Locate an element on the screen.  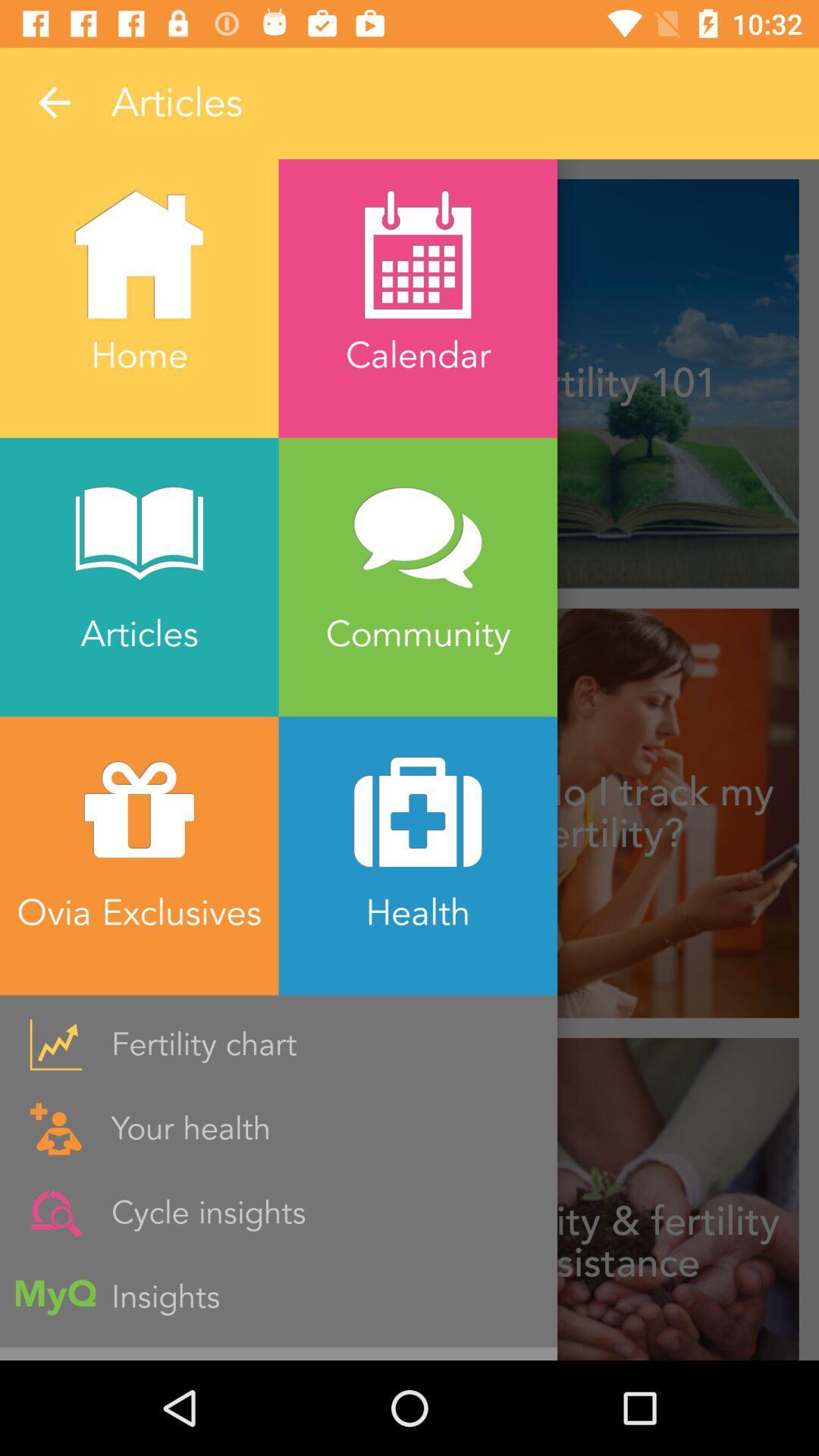
the text articles on the web page is located at coordinates (417, 102).